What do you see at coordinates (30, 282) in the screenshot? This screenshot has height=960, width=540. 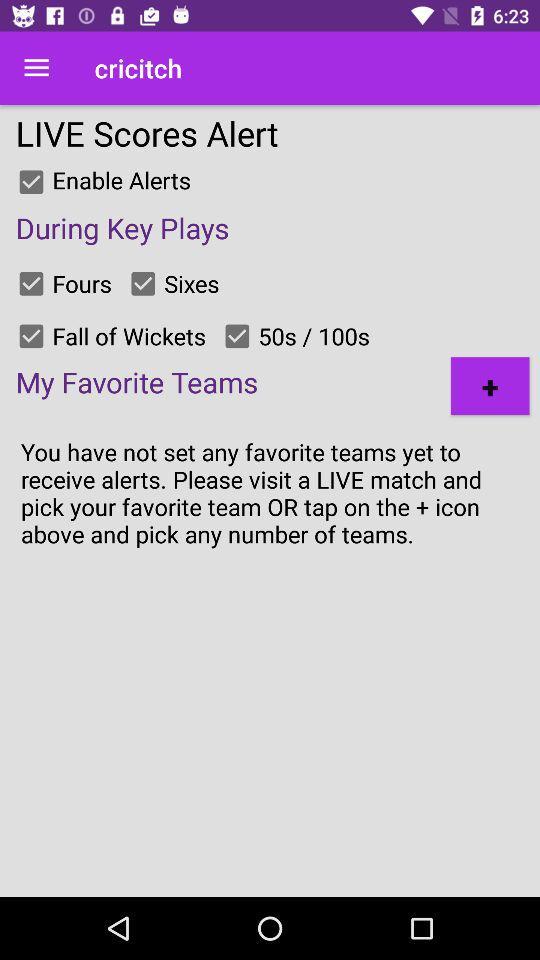 I see `switch fours option` at bounding box center [30, 282].